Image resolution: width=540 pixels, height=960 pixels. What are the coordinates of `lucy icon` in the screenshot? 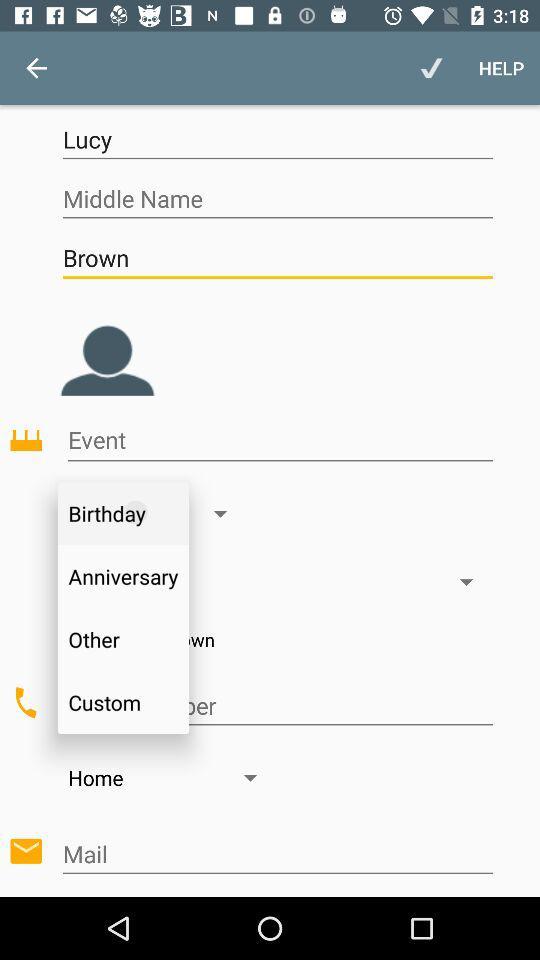 It's located at (276, 138).